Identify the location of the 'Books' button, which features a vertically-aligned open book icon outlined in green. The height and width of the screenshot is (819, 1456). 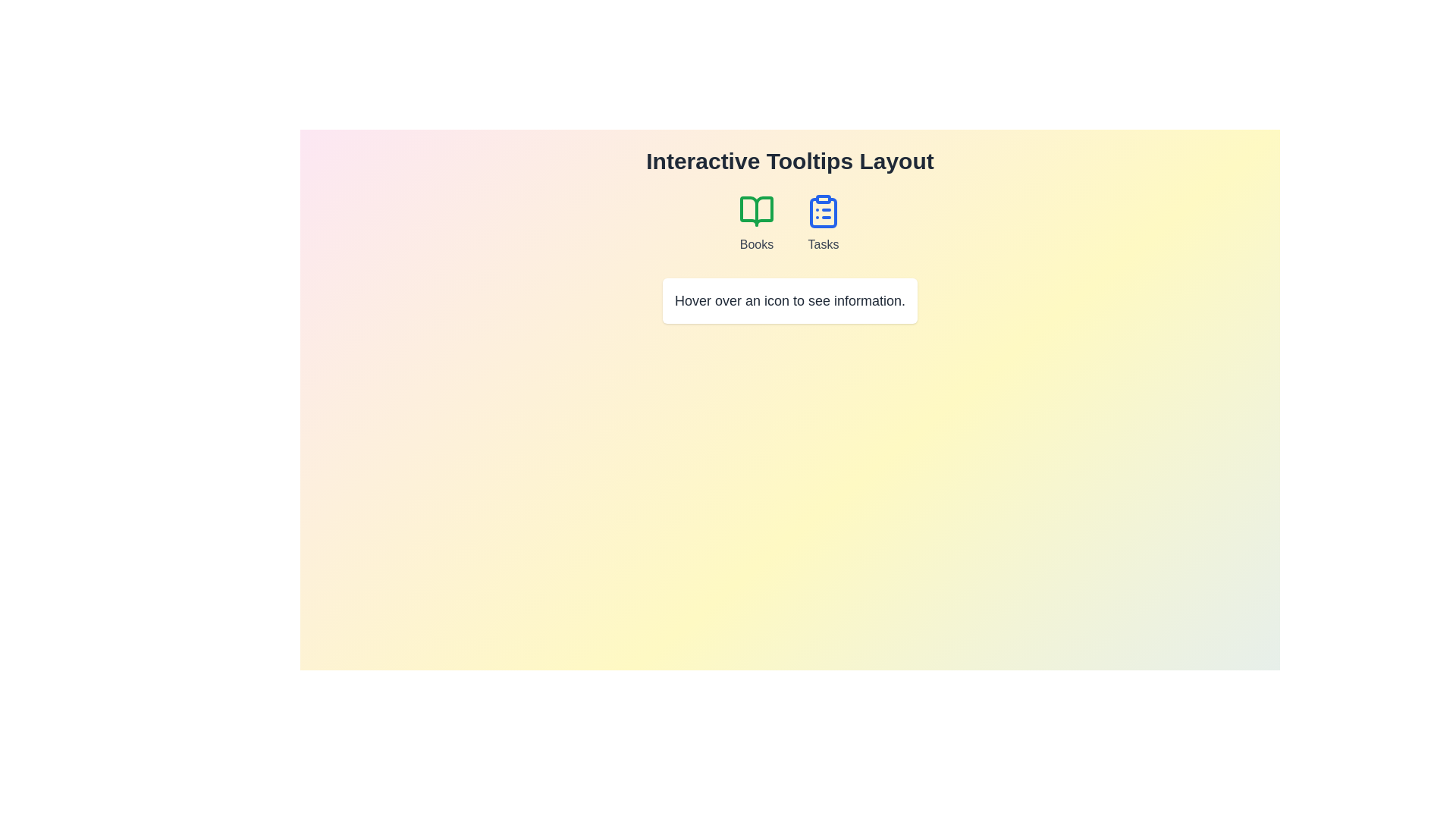
(757, 223).